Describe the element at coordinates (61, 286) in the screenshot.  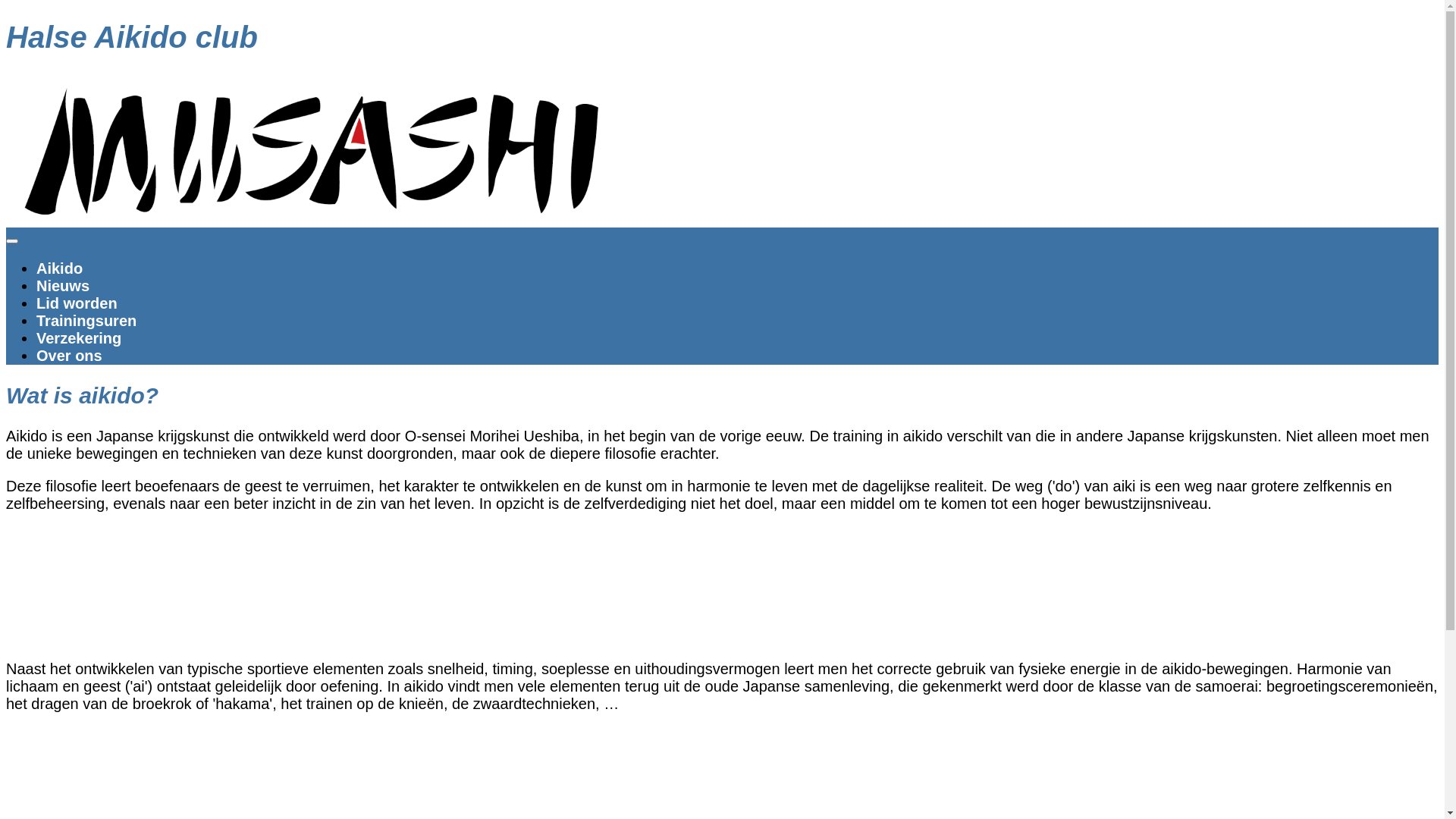
I see `'Nieuws'` at that location.